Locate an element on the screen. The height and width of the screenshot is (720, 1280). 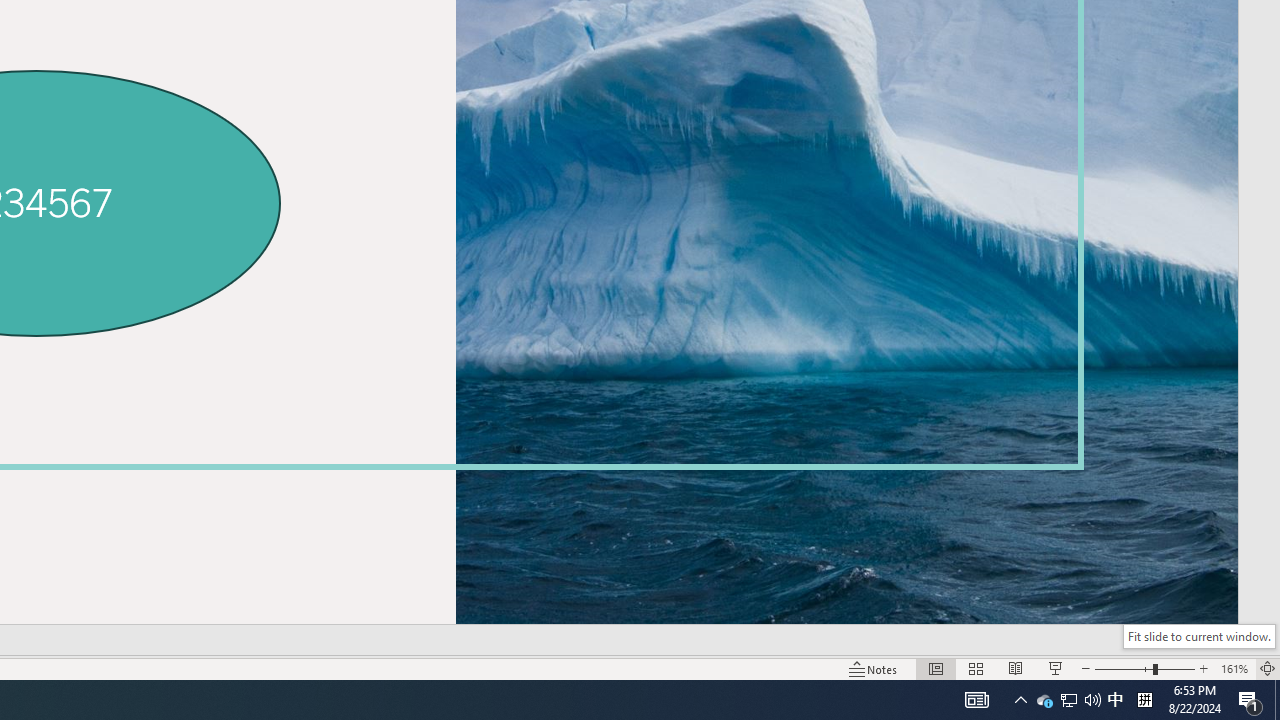
'Notes ' is located at coordinates (874, 669).